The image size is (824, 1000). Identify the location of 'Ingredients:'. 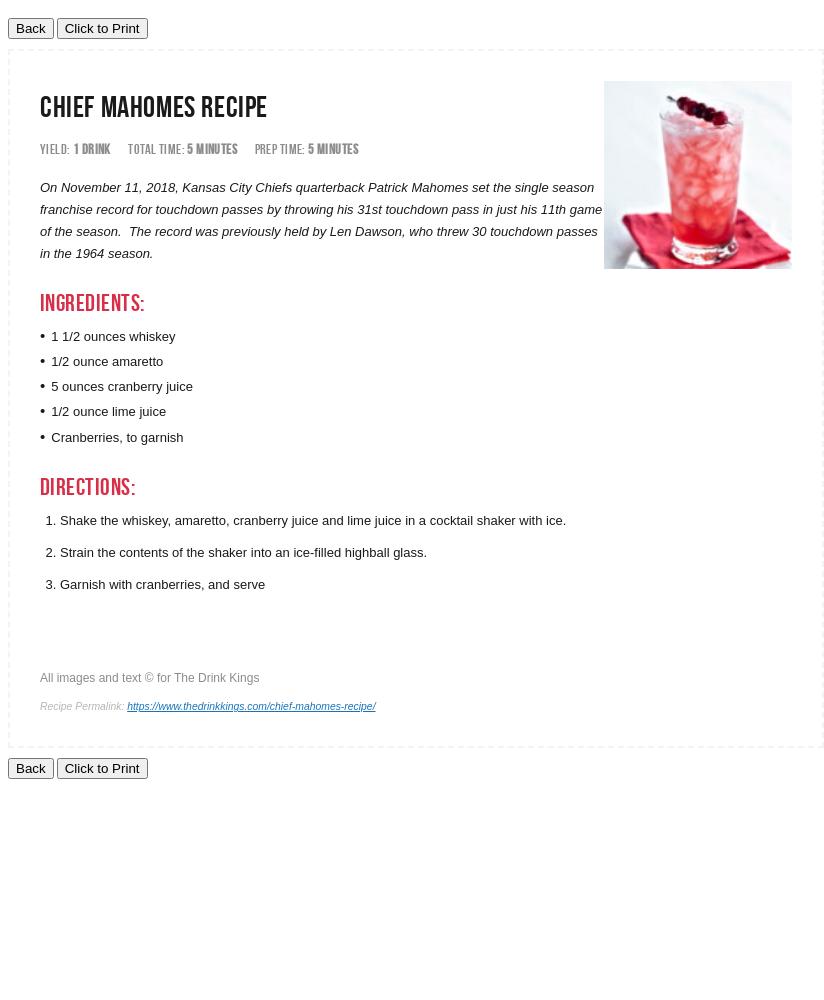
(91, 303).